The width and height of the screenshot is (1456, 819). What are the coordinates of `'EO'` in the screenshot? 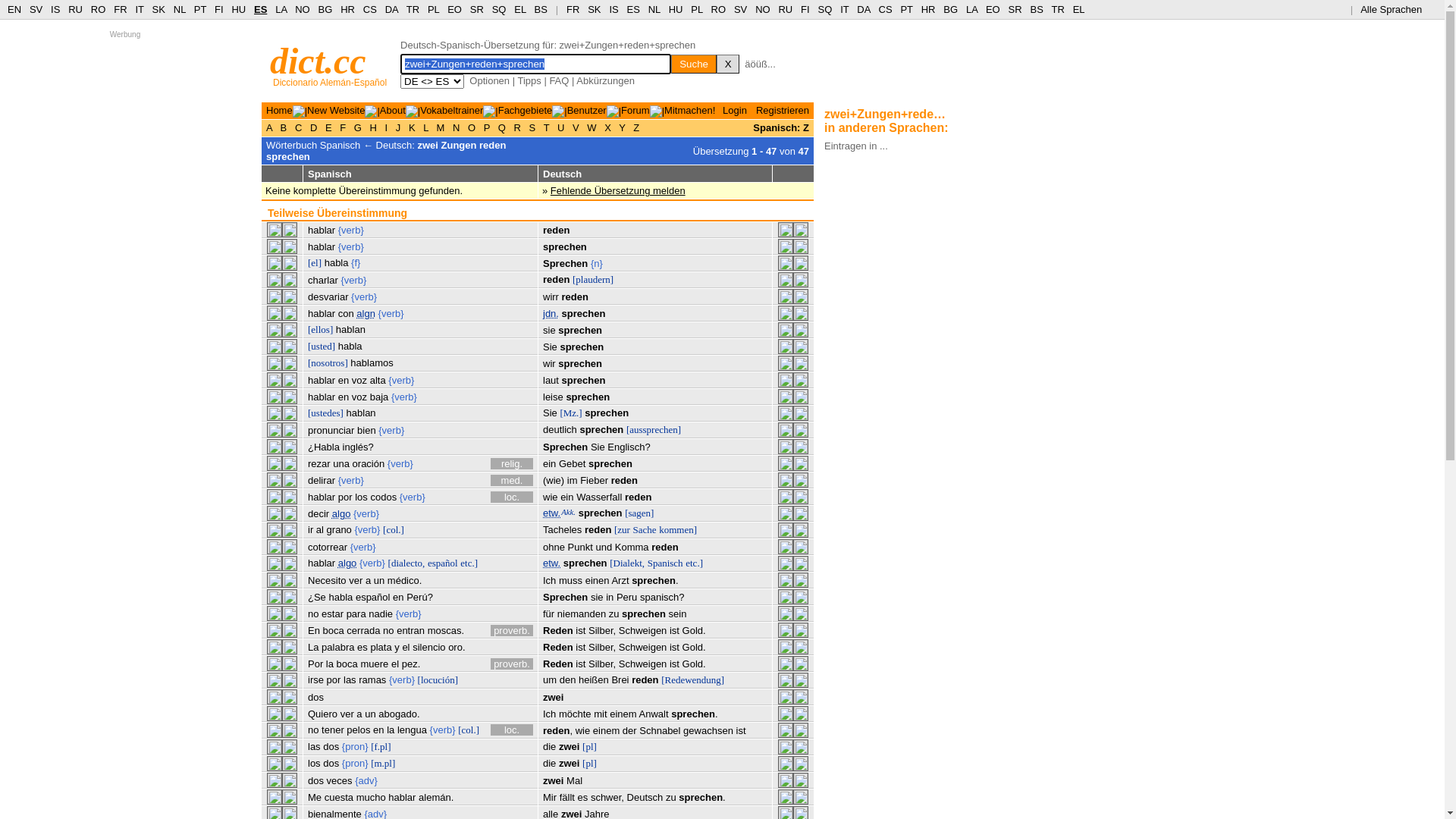 It's located at (986, 9).